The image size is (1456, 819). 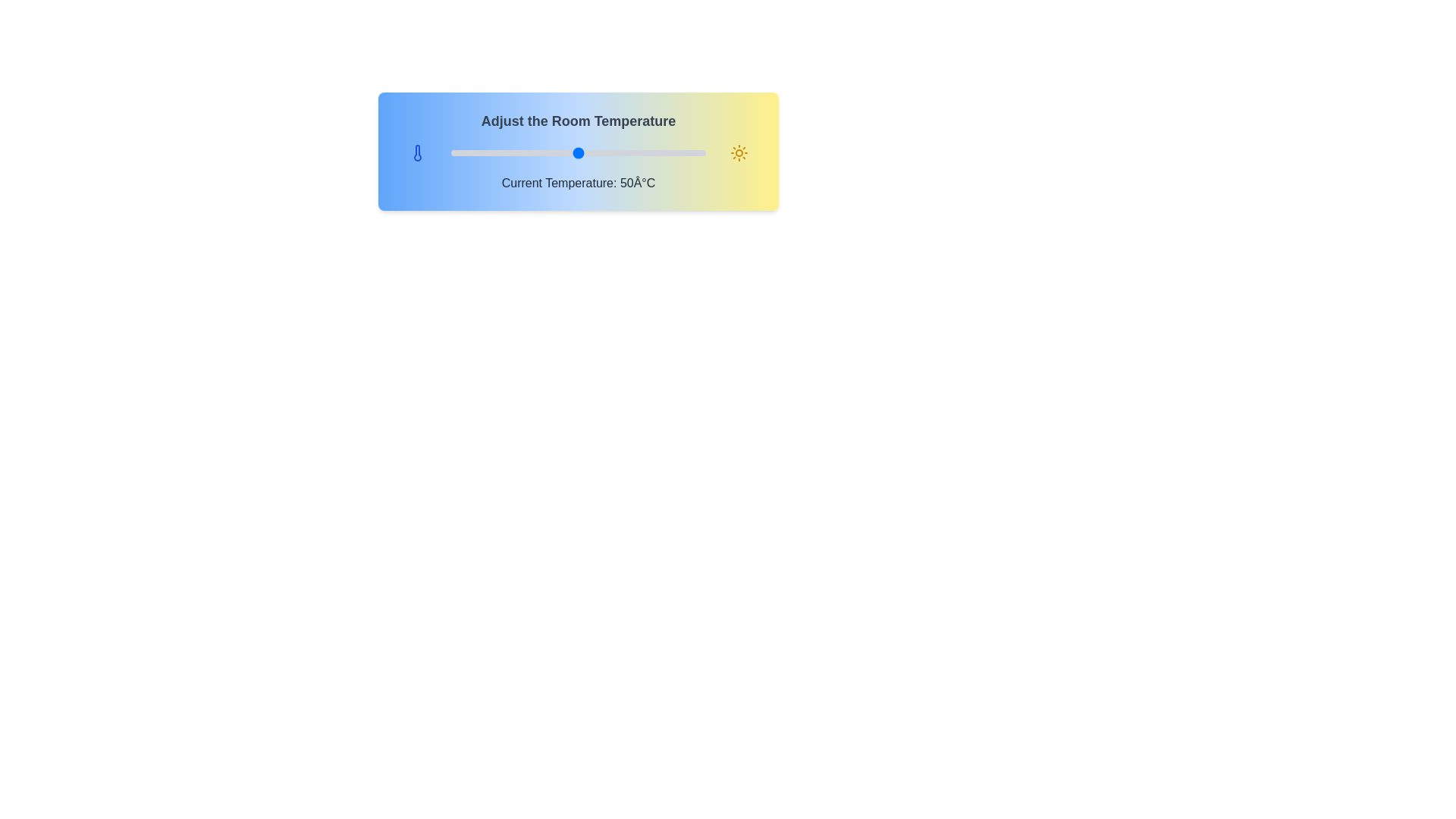 What do you see at coordinates (580, 152) in the screenshot?
I see `the temperature slider to 51°C` at bounding box center [580, 152].